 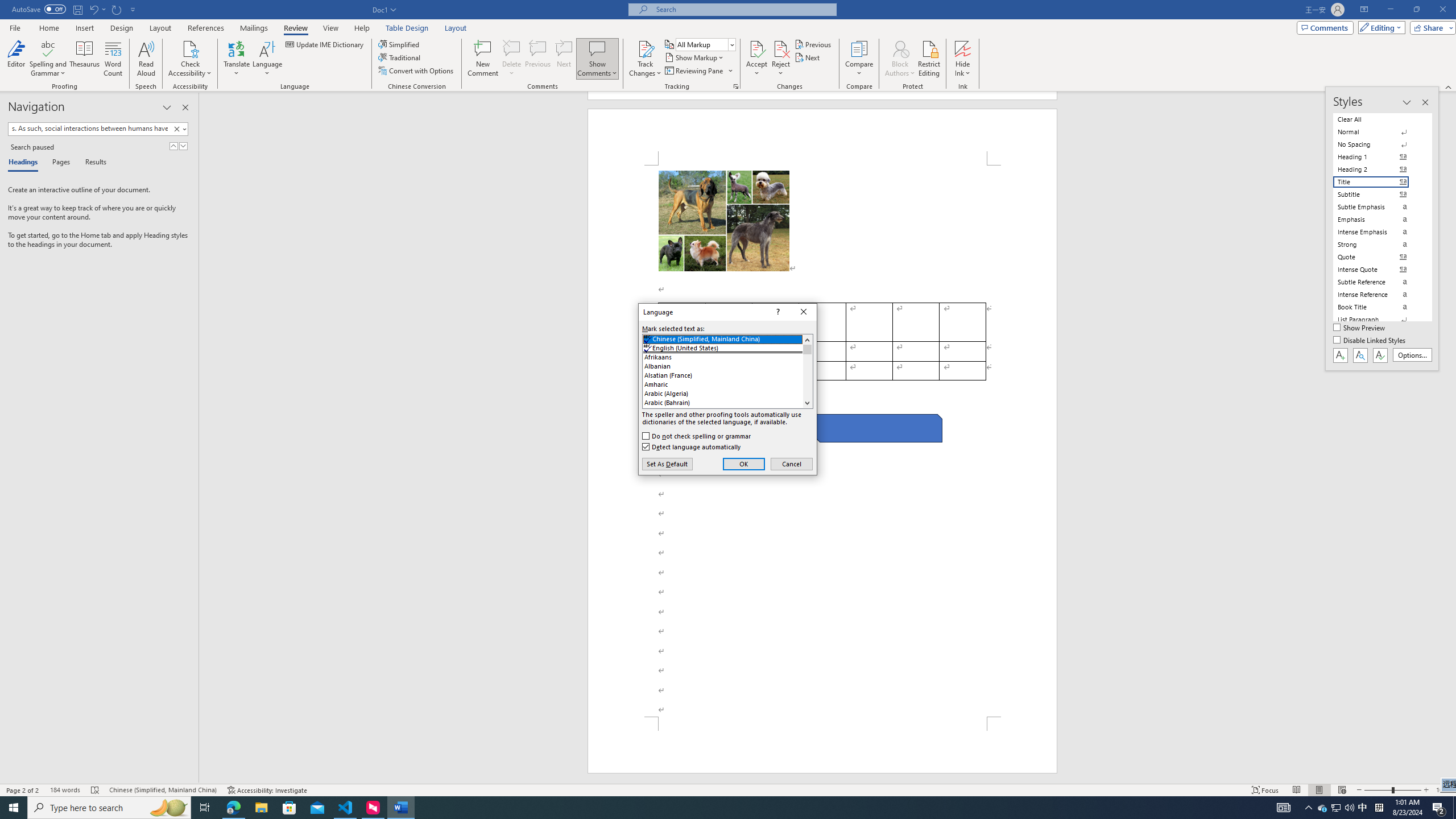 What do you see at coordinates (698, 69) in the screenshot?
I see `'Reviewing Pane'` at bounding box center [698, 69].